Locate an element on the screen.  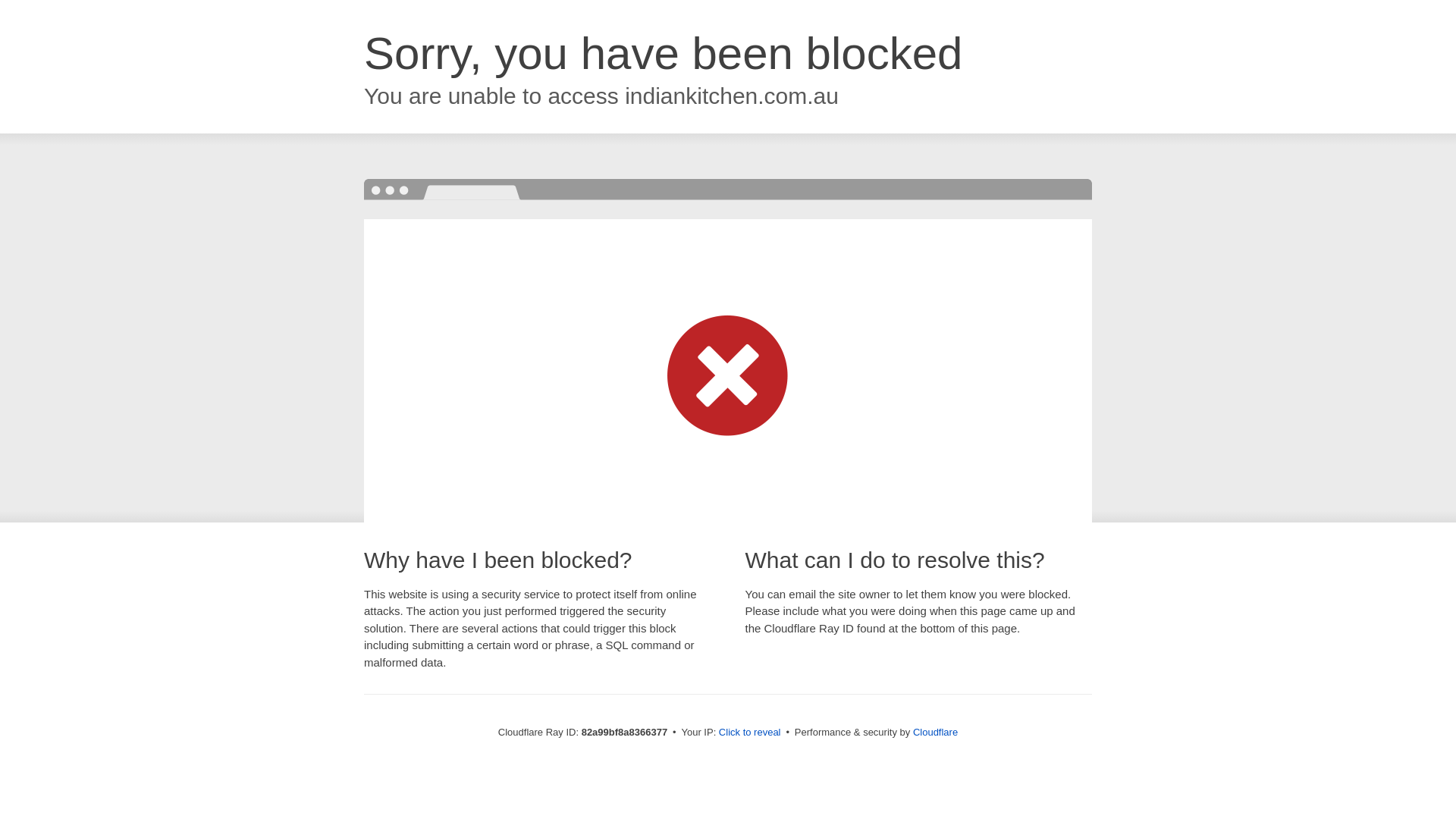
'Click to reveal' is located at coordinates (749, 731).